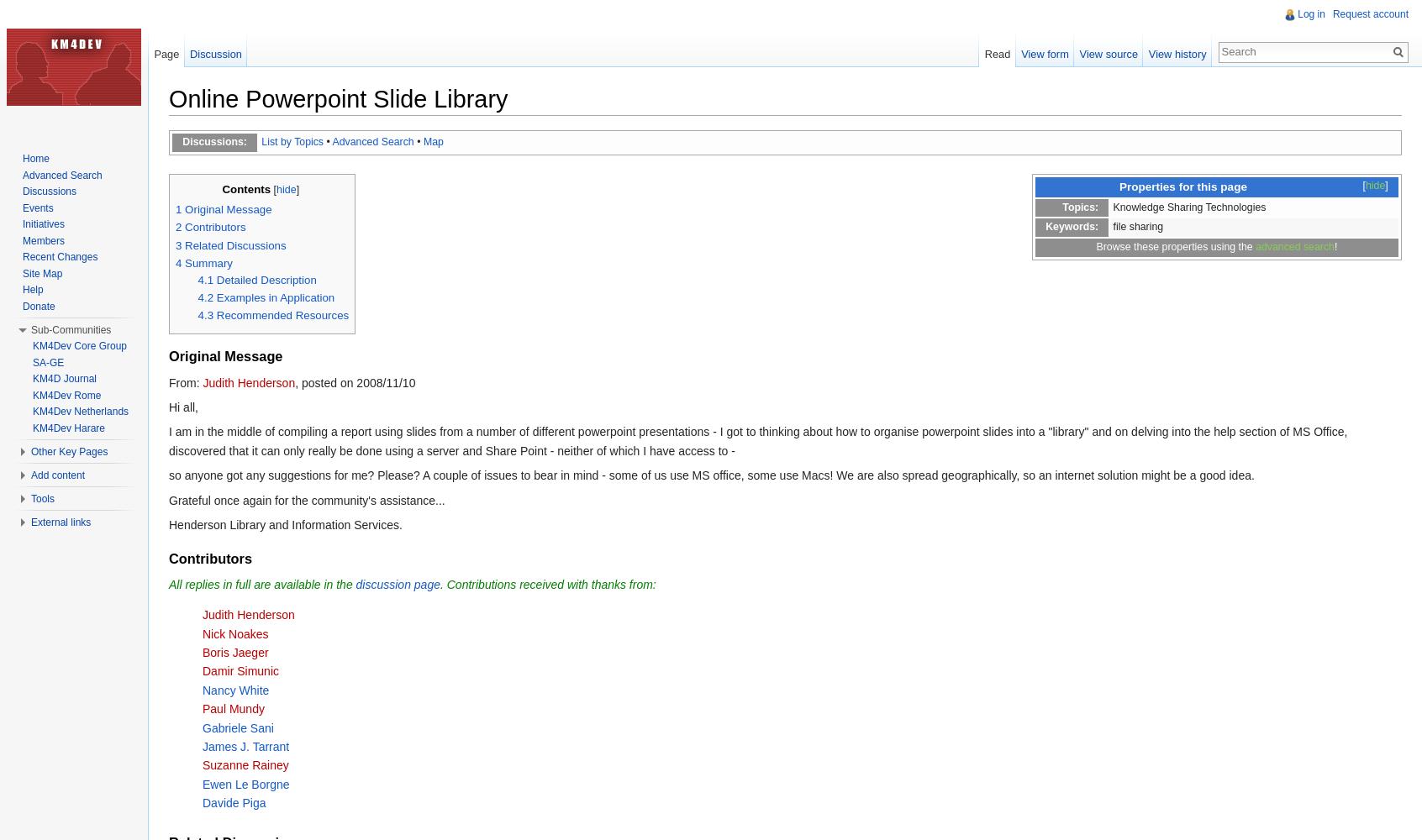 The height and width of the screenshot is (840, 1422). Describe the element at coordinates (338, 98) in the screenshot. I see `'Online Powerpoint Slide Library'` at that location.